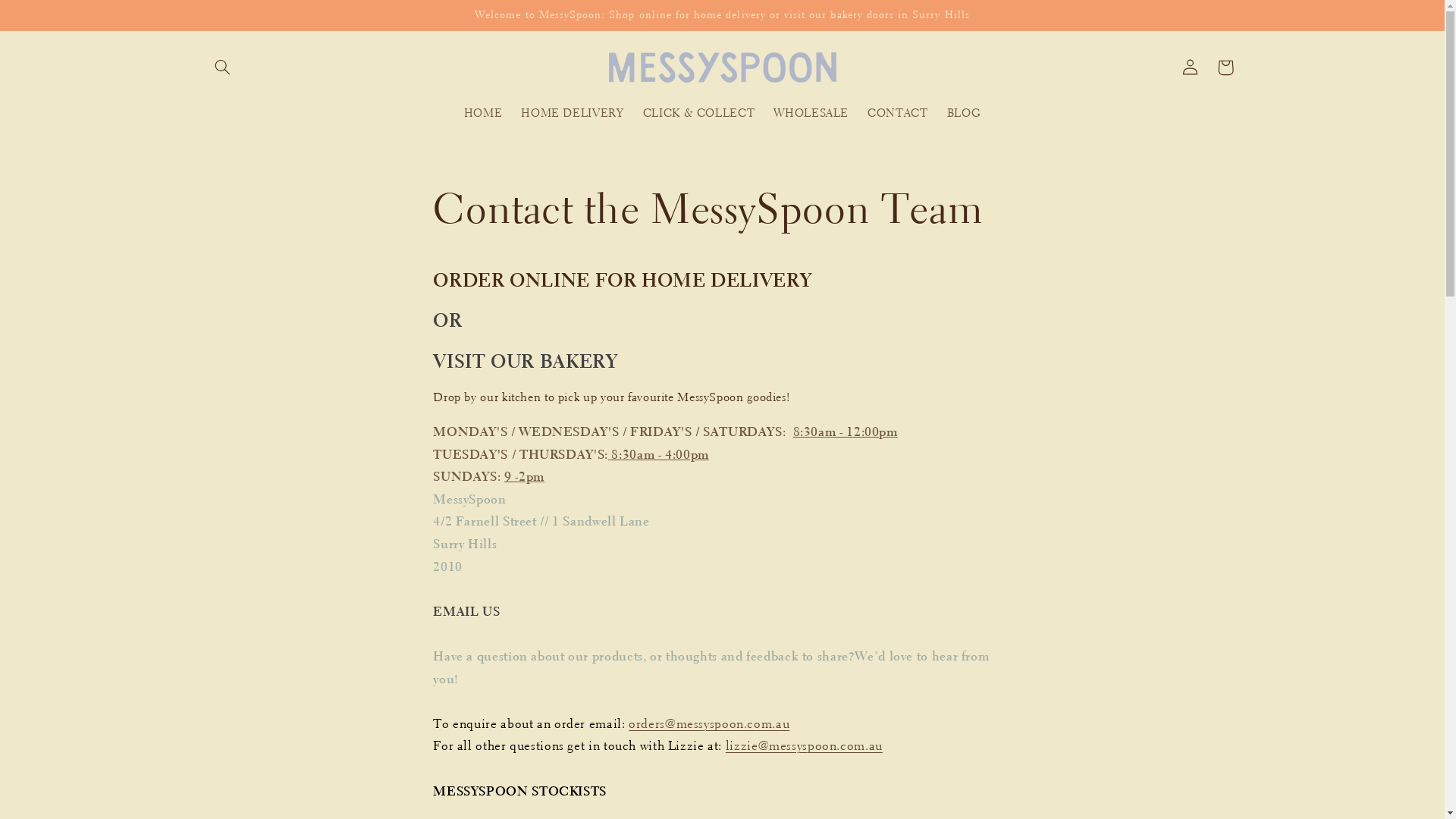 The height and width of the screenshot is (819, 1456). What do you see at coordinates (571, 113) in the screenshot?
I see `'HOME DELIVERY'` at bounding box center [571, 113].